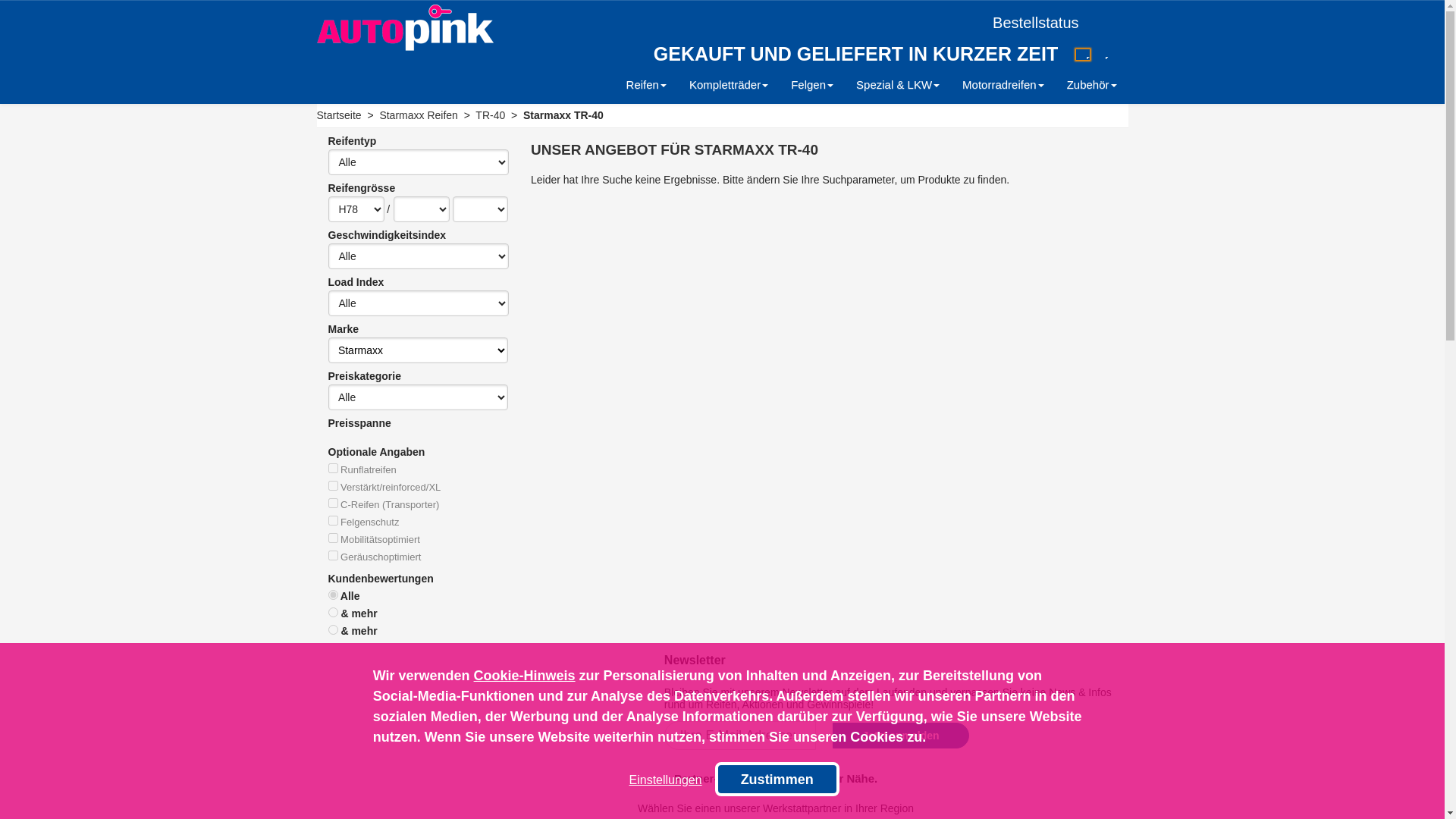 The width and height of the screenshot is (1456, 819). I want to click on 'Jetzt anmelden', so click(901, 734).